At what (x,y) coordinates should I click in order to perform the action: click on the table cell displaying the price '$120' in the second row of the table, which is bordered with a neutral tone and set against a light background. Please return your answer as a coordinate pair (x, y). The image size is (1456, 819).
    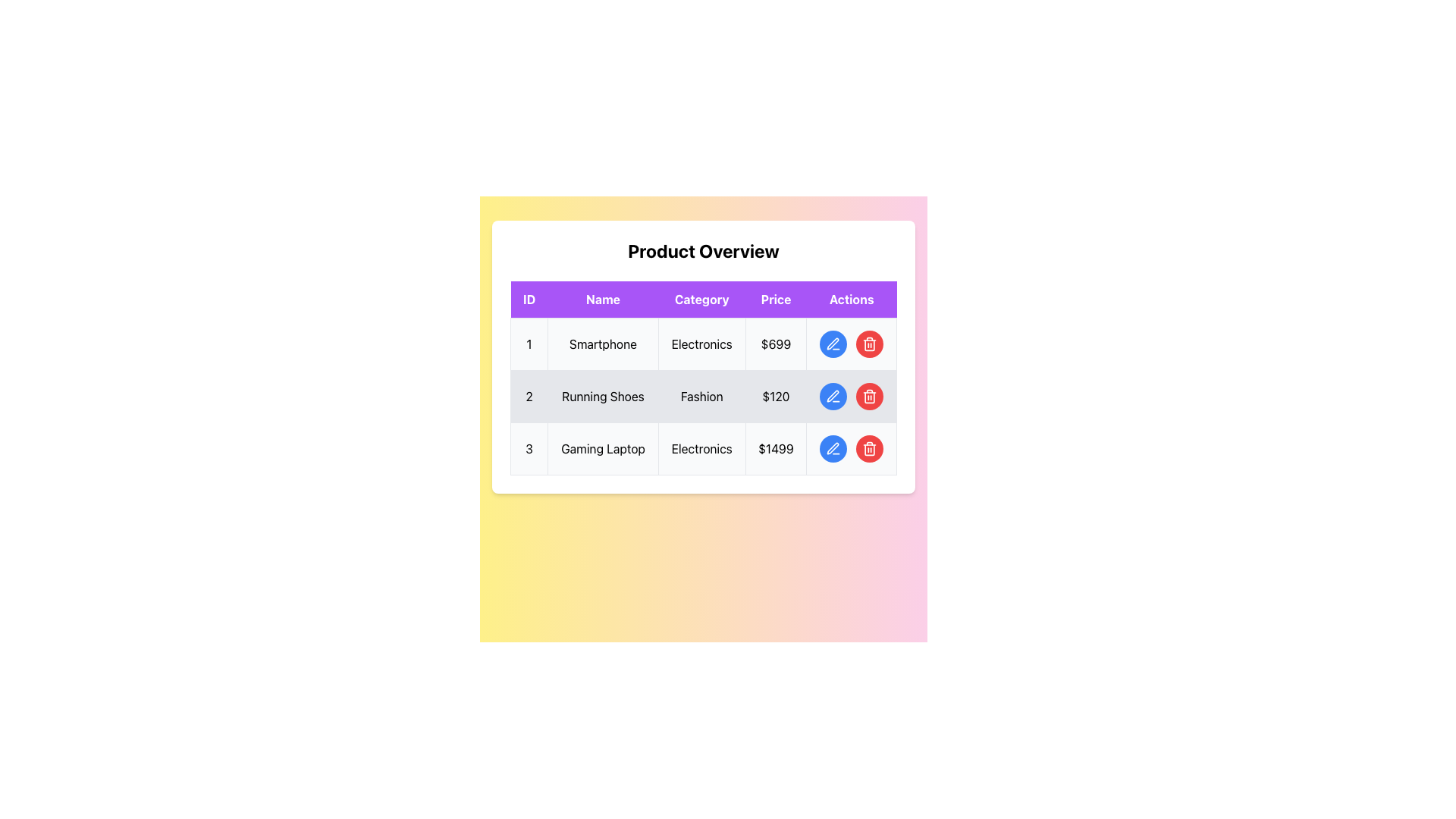
    Looking at the image, I should click on (776, 396).